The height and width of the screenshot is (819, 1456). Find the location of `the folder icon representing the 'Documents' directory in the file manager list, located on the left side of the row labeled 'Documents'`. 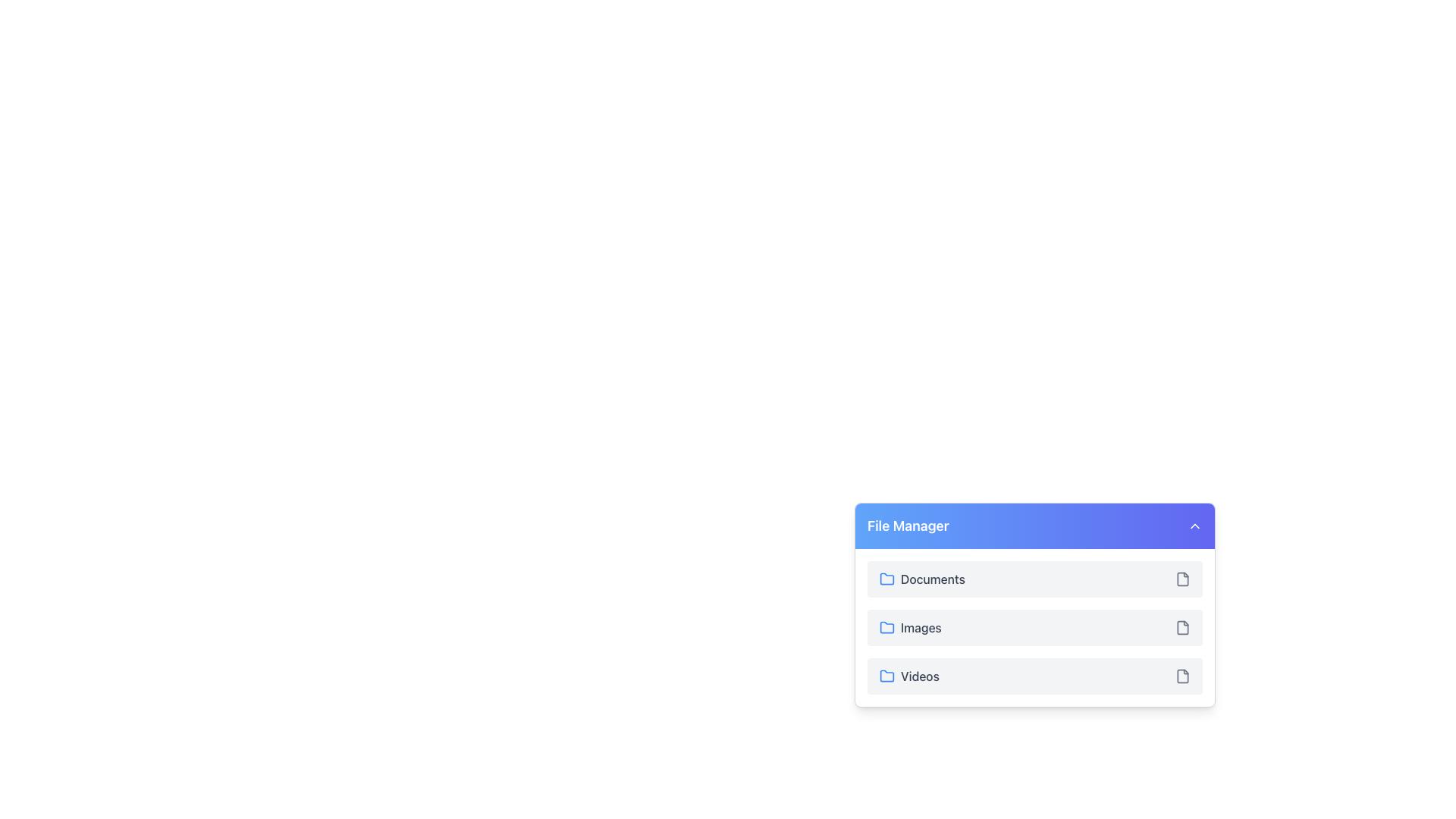

the folder icon representing the 'Documents' directory in the file manager list, located on the left side of the row labeled 'Documents' is located at coordinates (887, 579).